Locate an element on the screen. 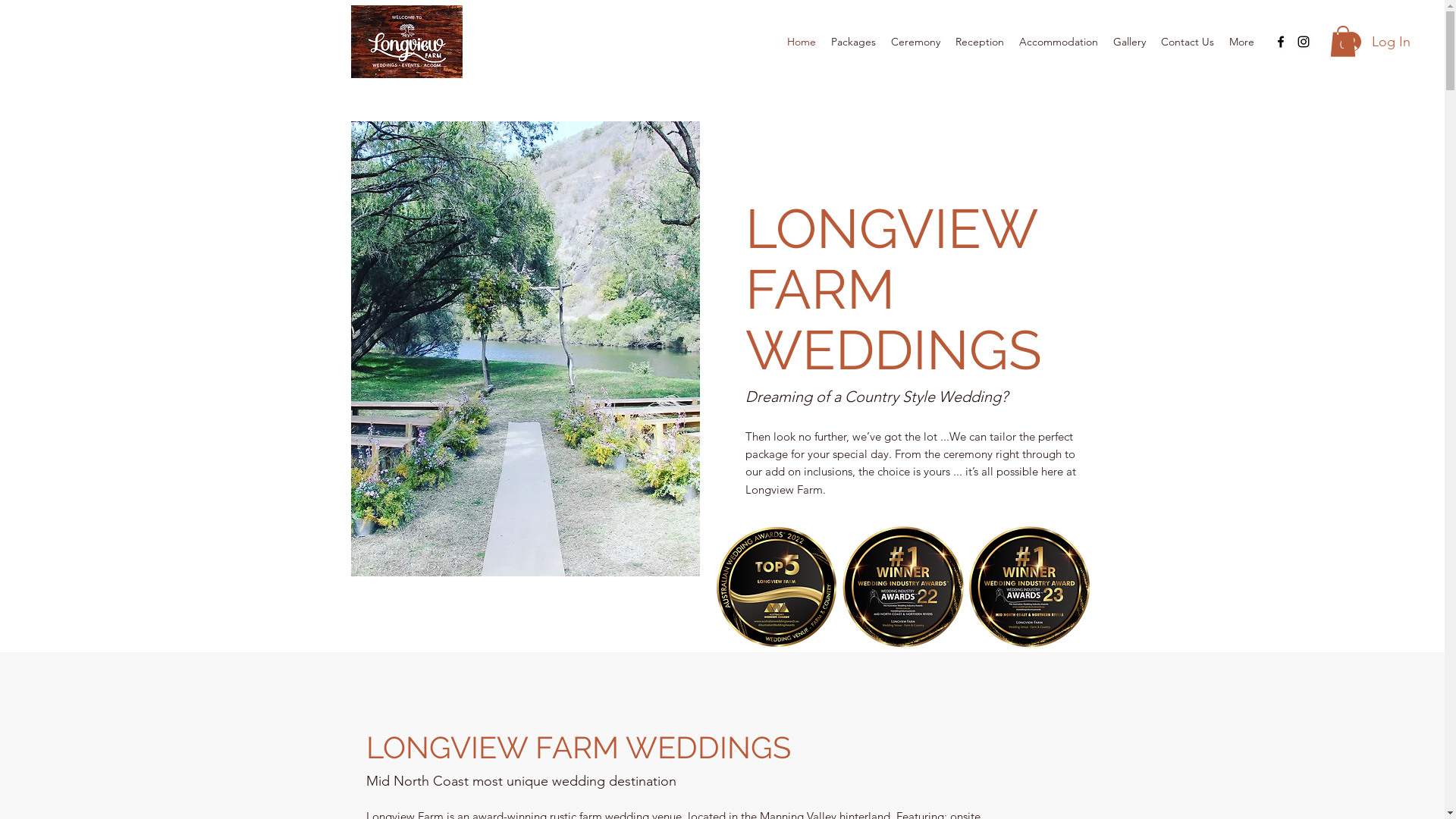 This screenshot has height=819, width=1456. 'Reception' is located at coordinates (979, 40).